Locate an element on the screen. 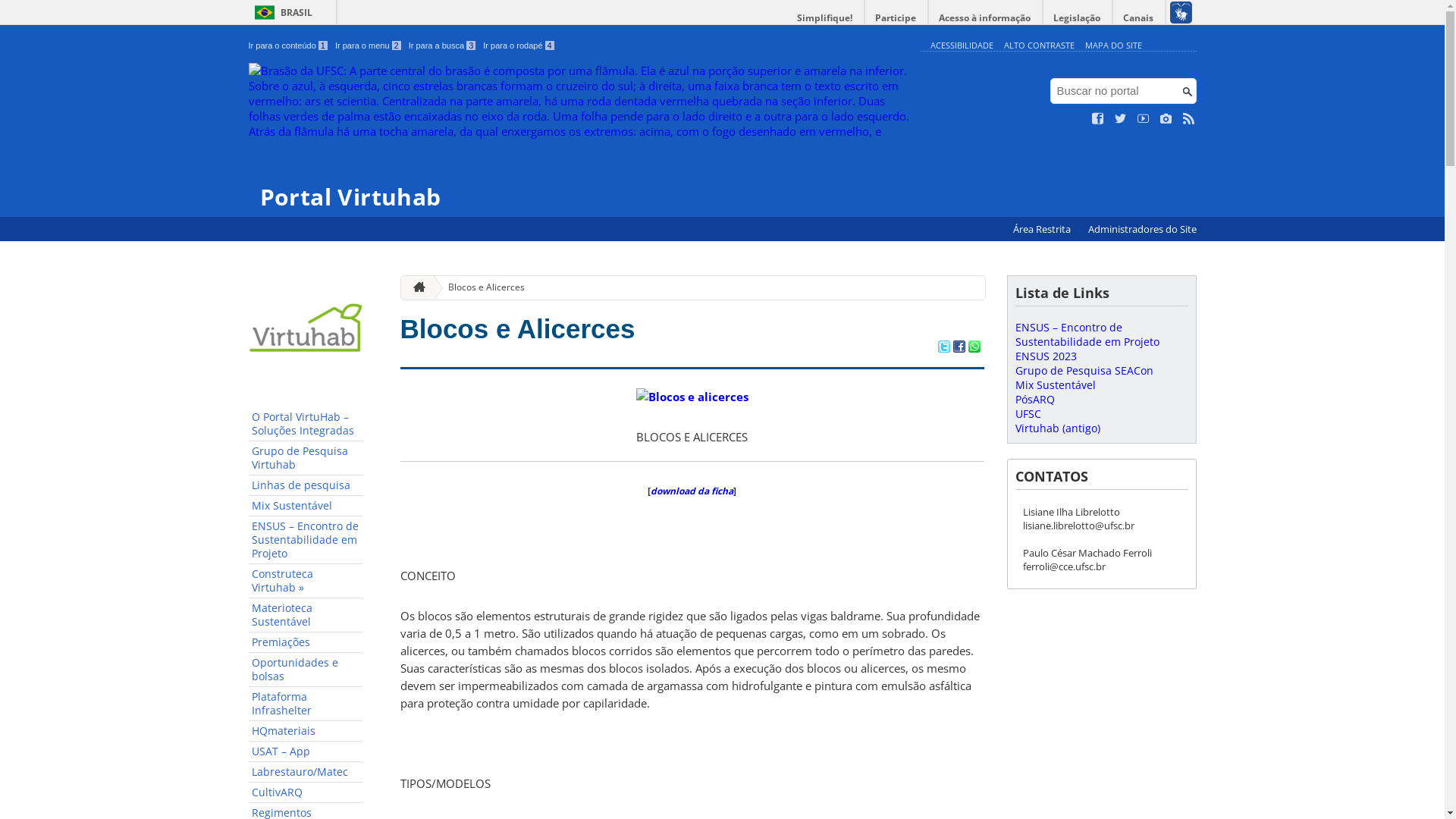  'Siga no Twitter' is located at coordinates (1114, 118).